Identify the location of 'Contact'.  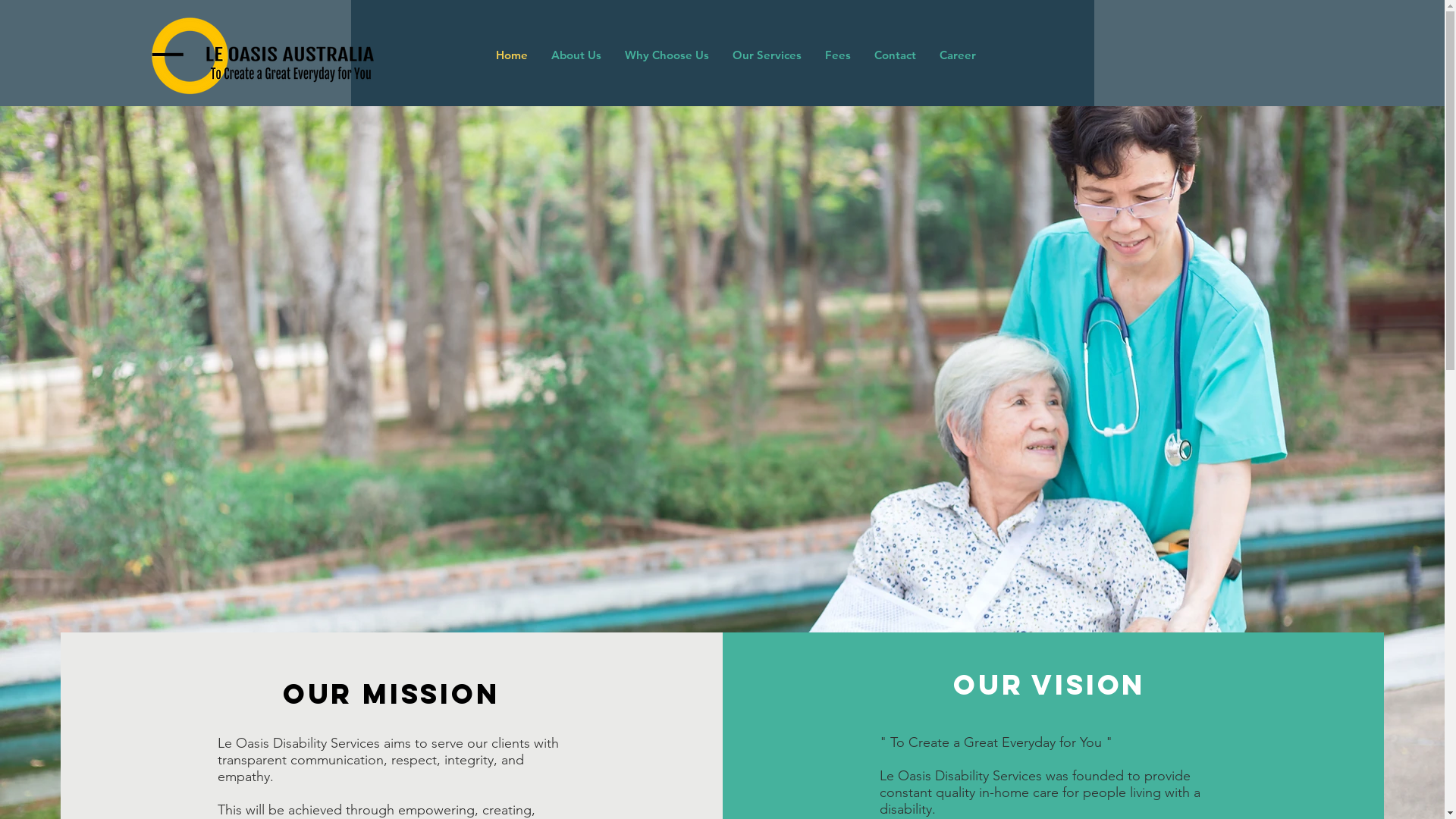
(894, 55).